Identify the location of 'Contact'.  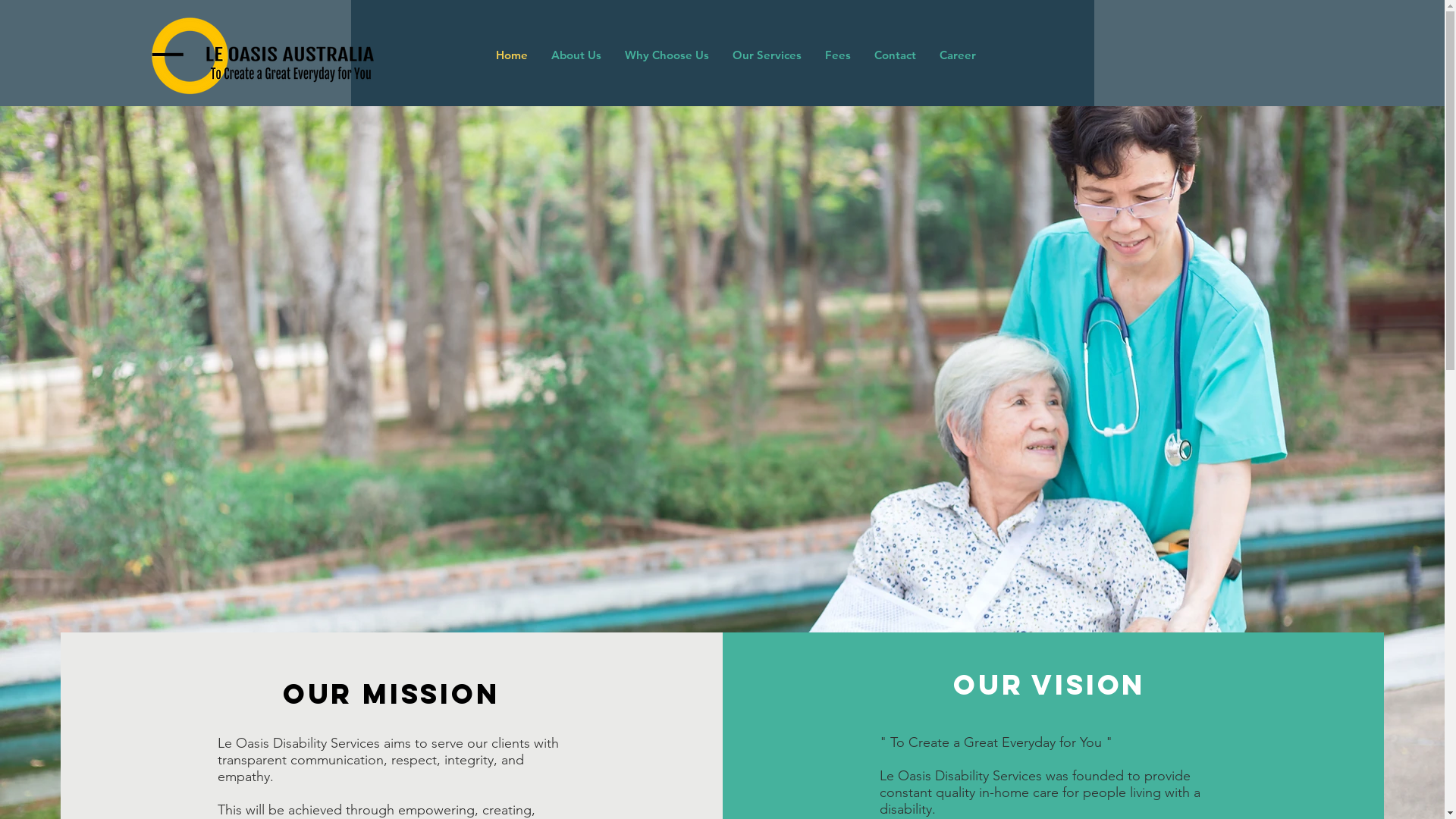
(894, 55).